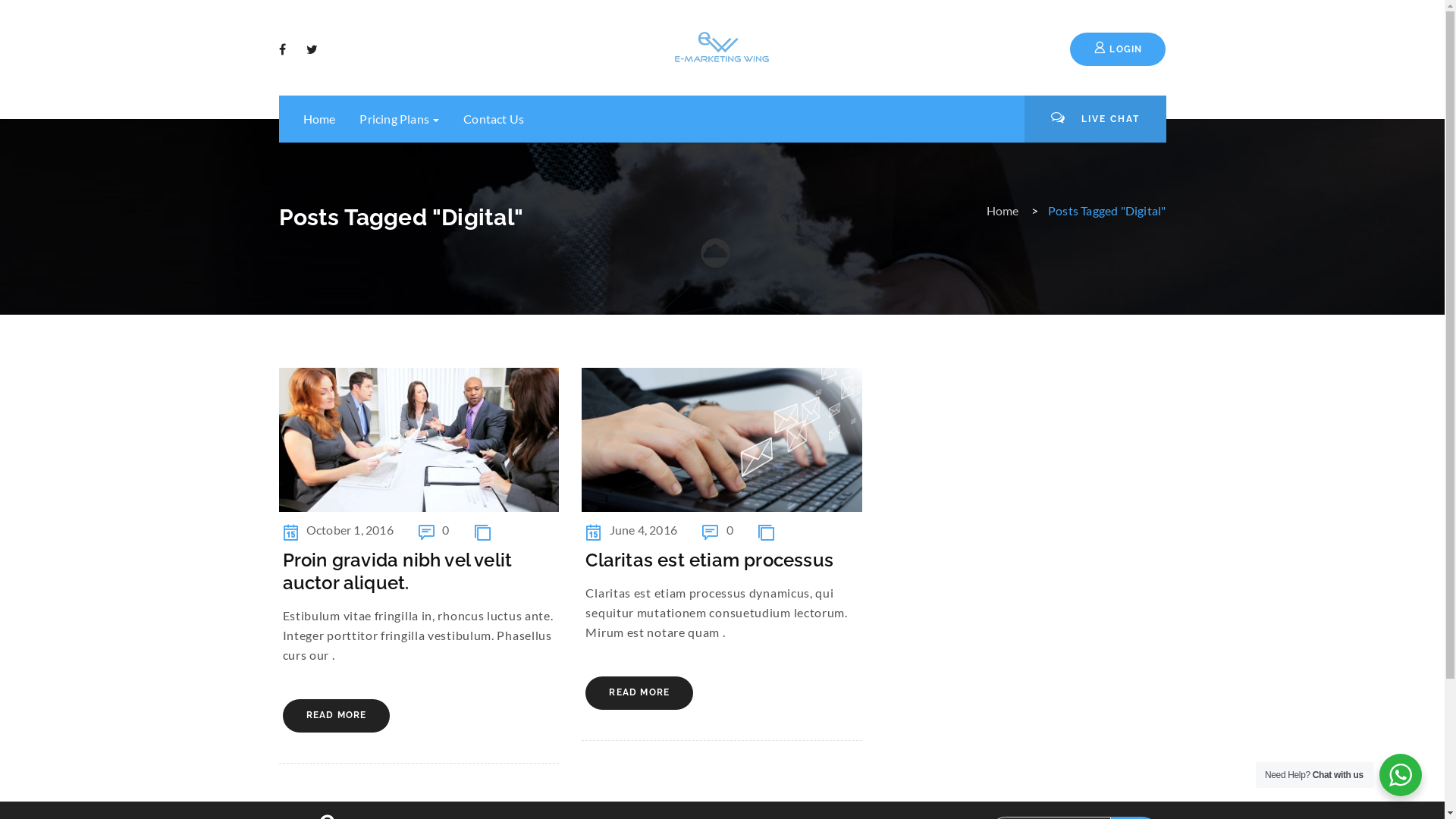 The width and height of the screenshot is (1456, 819). I want to click on 'Pricing Plans', so click(346, 118).